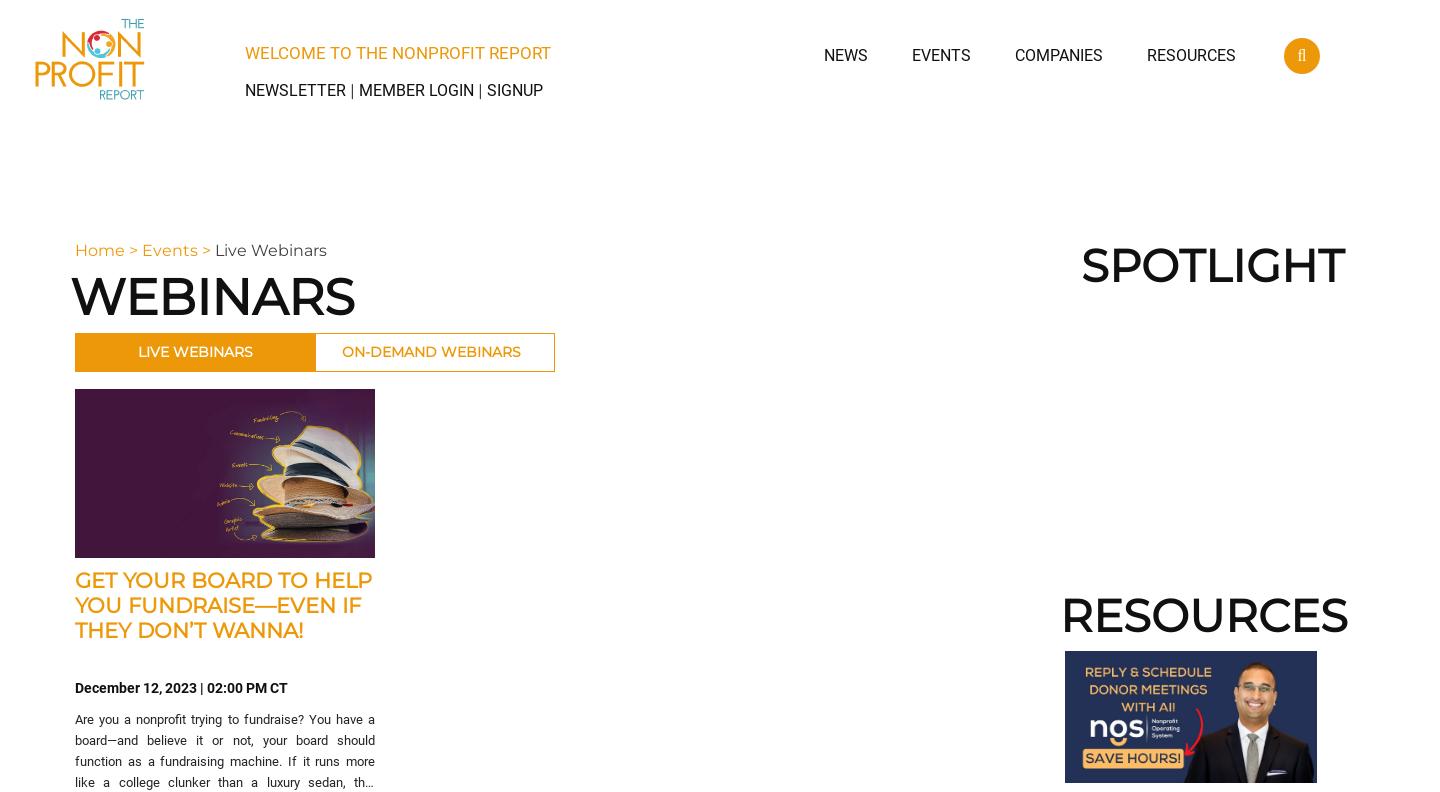 The height and width of the screenshot is (792, 1440). I want to click on 'Resources', so click(1190, 55).